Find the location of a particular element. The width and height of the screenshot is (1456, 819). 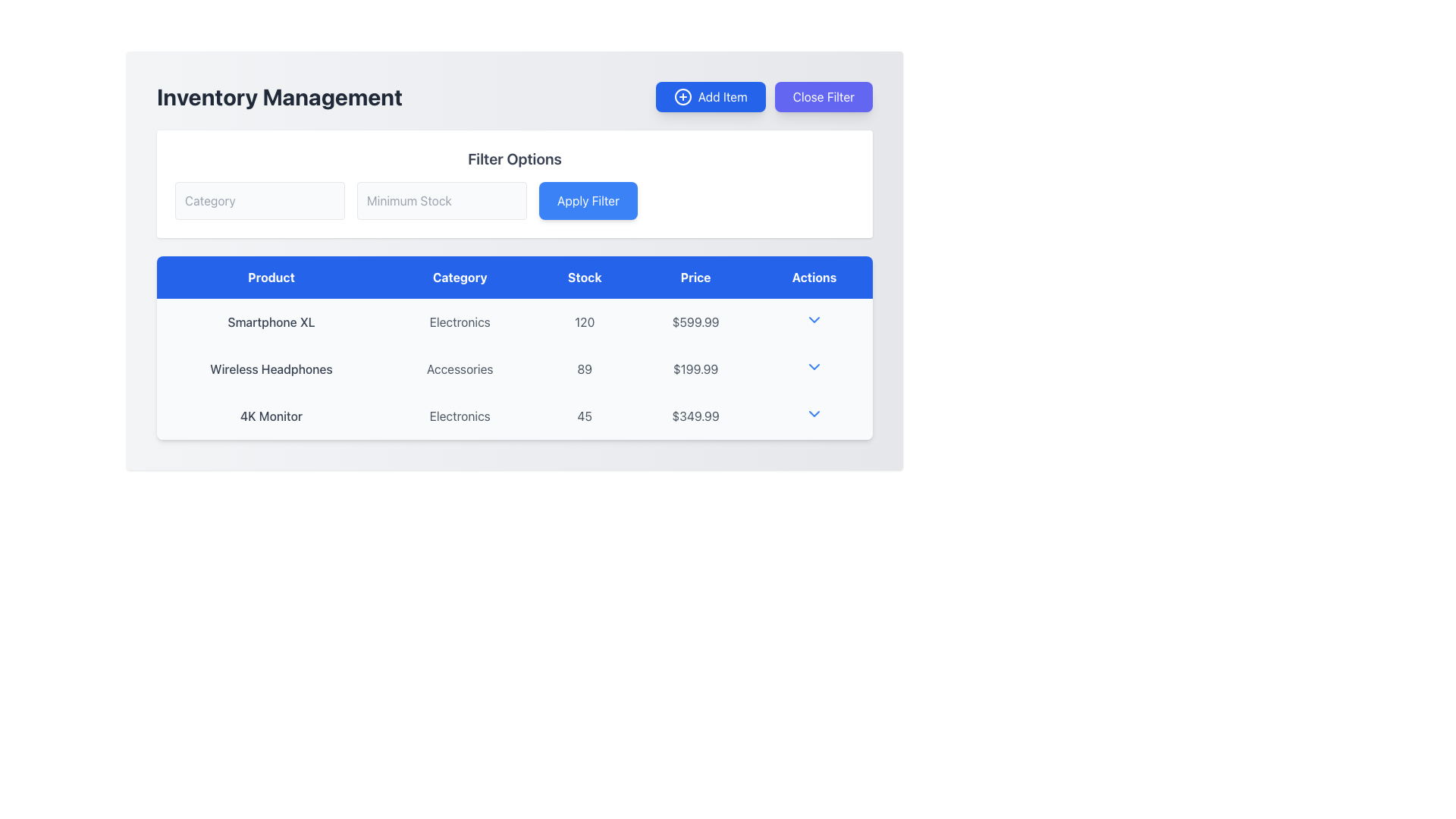

the 'Add Item' button located on the right side of the header area, next to the 'Inventory Management' title, to initiate the addition of an item is located at coordinates (764, 96).